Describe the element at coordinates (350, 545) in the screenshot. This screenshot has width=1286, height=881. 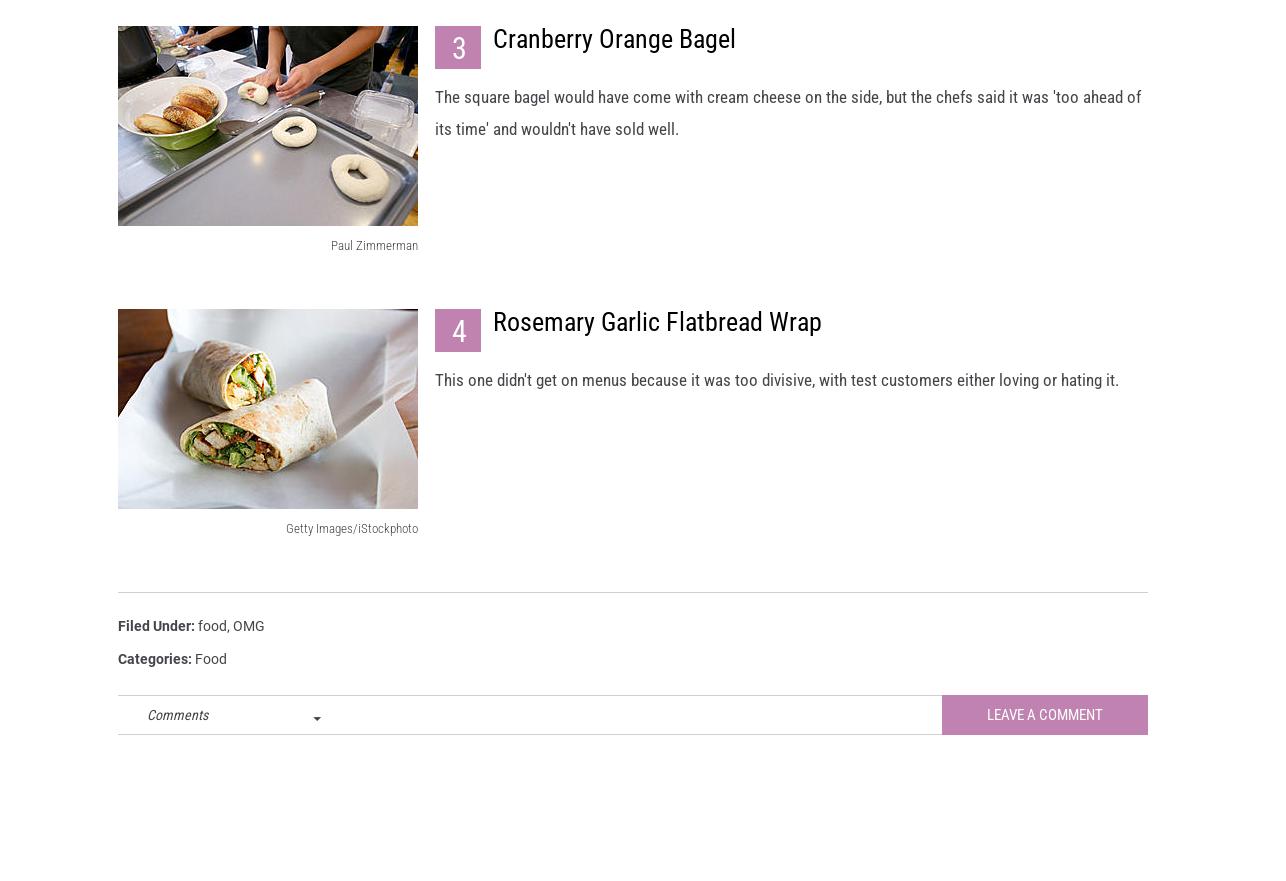
I see `'Getty Images/iStockphoto'` at that location.